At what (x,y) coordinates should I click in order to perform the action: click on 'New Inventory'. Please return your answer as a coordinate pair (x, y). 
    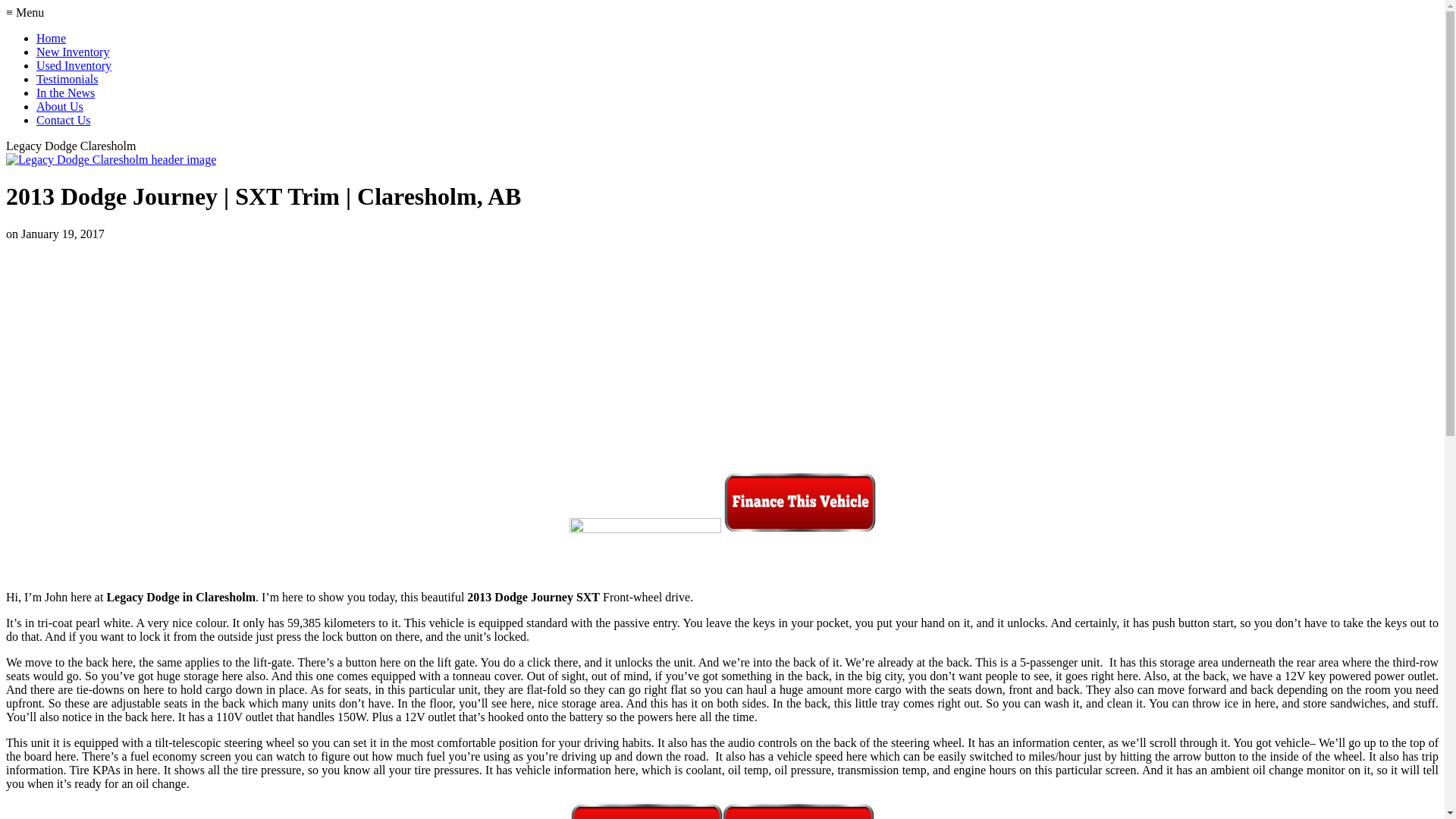
    Looking at the image, I should click on (72, 51).